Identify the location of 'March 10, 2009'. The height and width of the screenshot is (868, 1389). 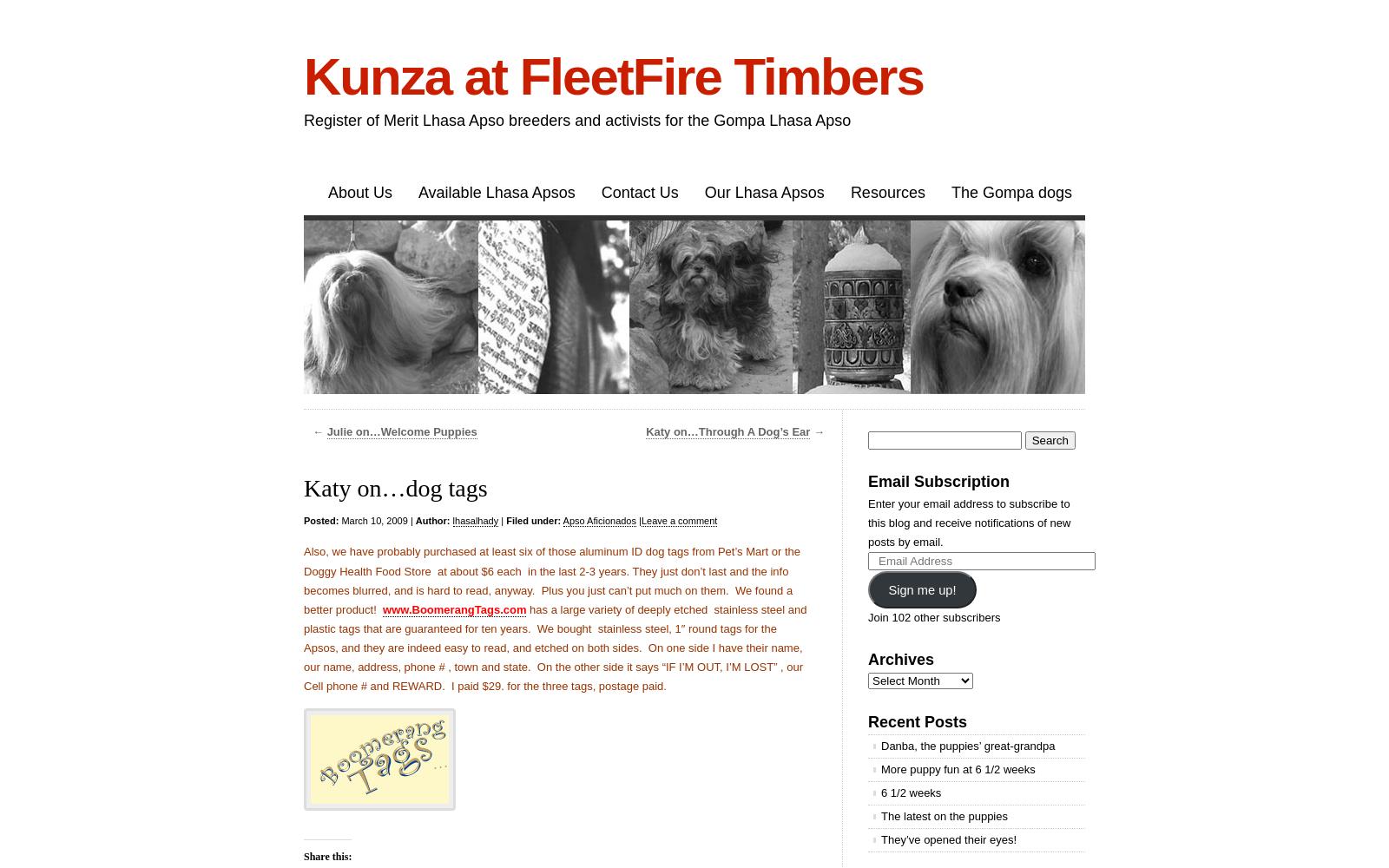
(372, 520).